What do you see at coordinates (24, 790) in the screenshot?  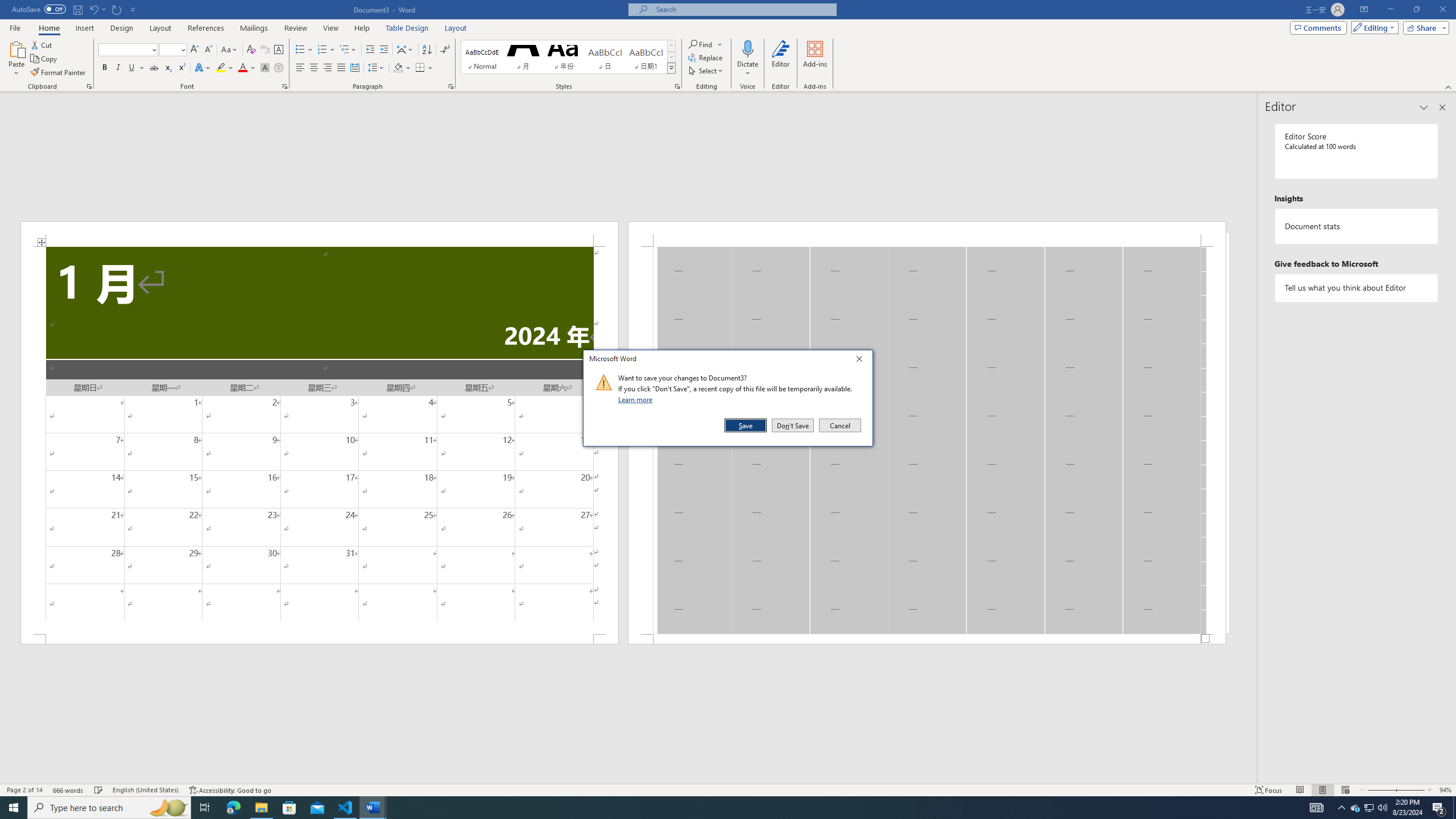 I see `'Page Number Page 2 of 14'` at bounding box center [24, 790].